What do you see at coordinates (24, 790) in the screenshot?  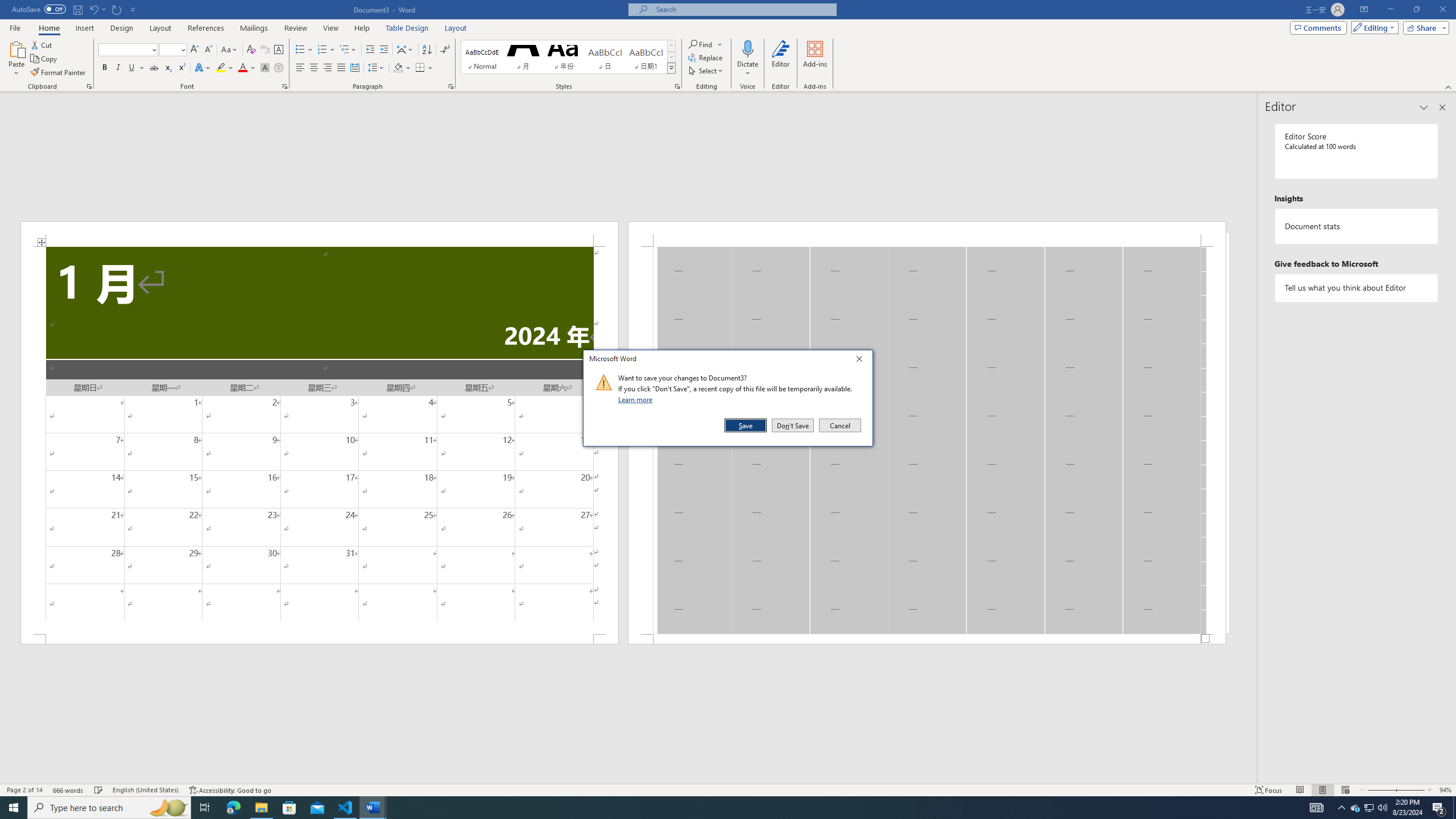 I see `'Page Number Page 2 of 14'` at bounding box center [24, 790].